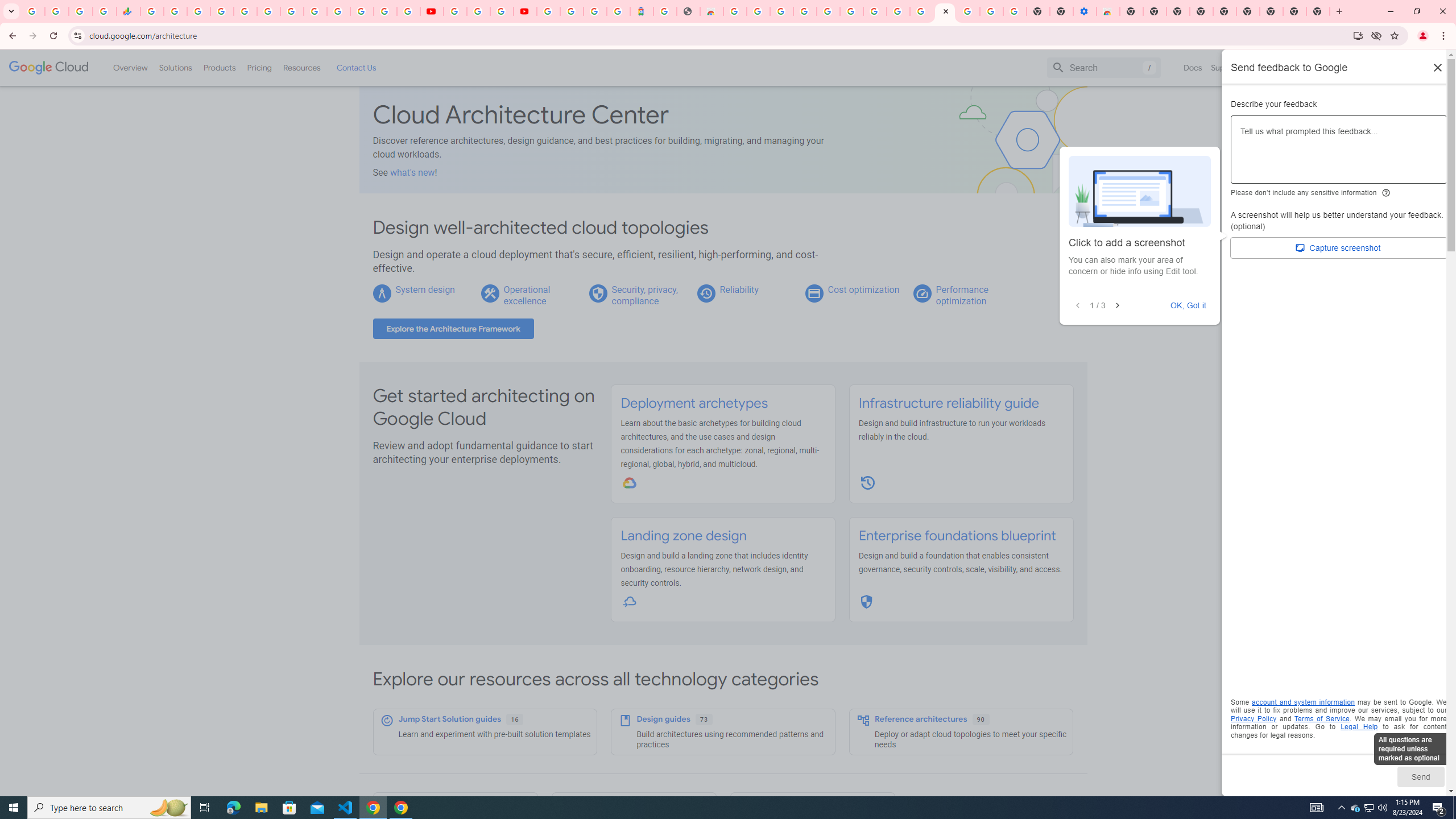  What do you see at coordinates (408, 11) in the screenshot?
I see `'Privacy Checkup'` at bounding box center [408, 11].